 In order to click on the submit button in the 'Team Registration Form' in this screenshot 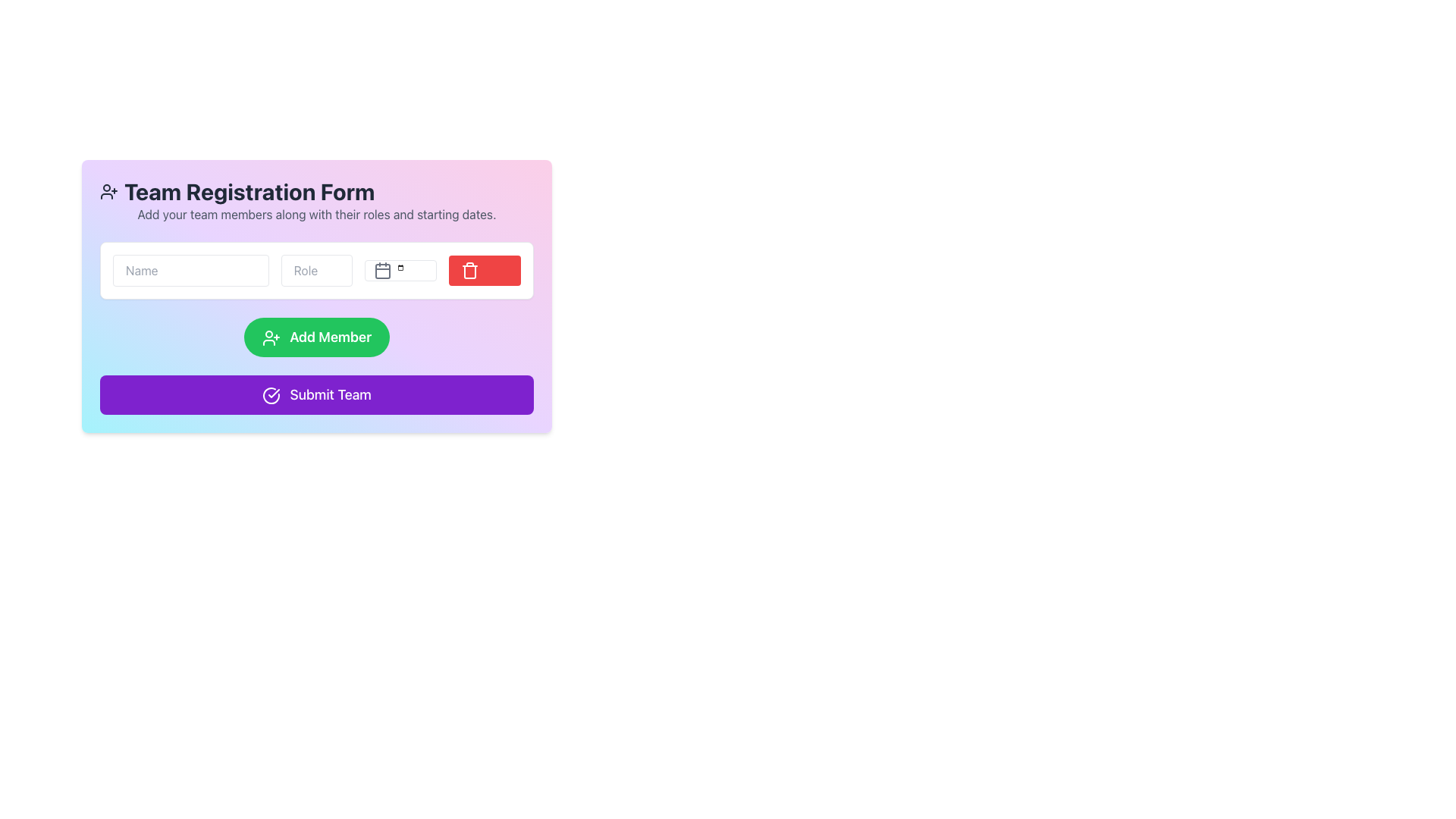, I will do `click(315, 394)`.